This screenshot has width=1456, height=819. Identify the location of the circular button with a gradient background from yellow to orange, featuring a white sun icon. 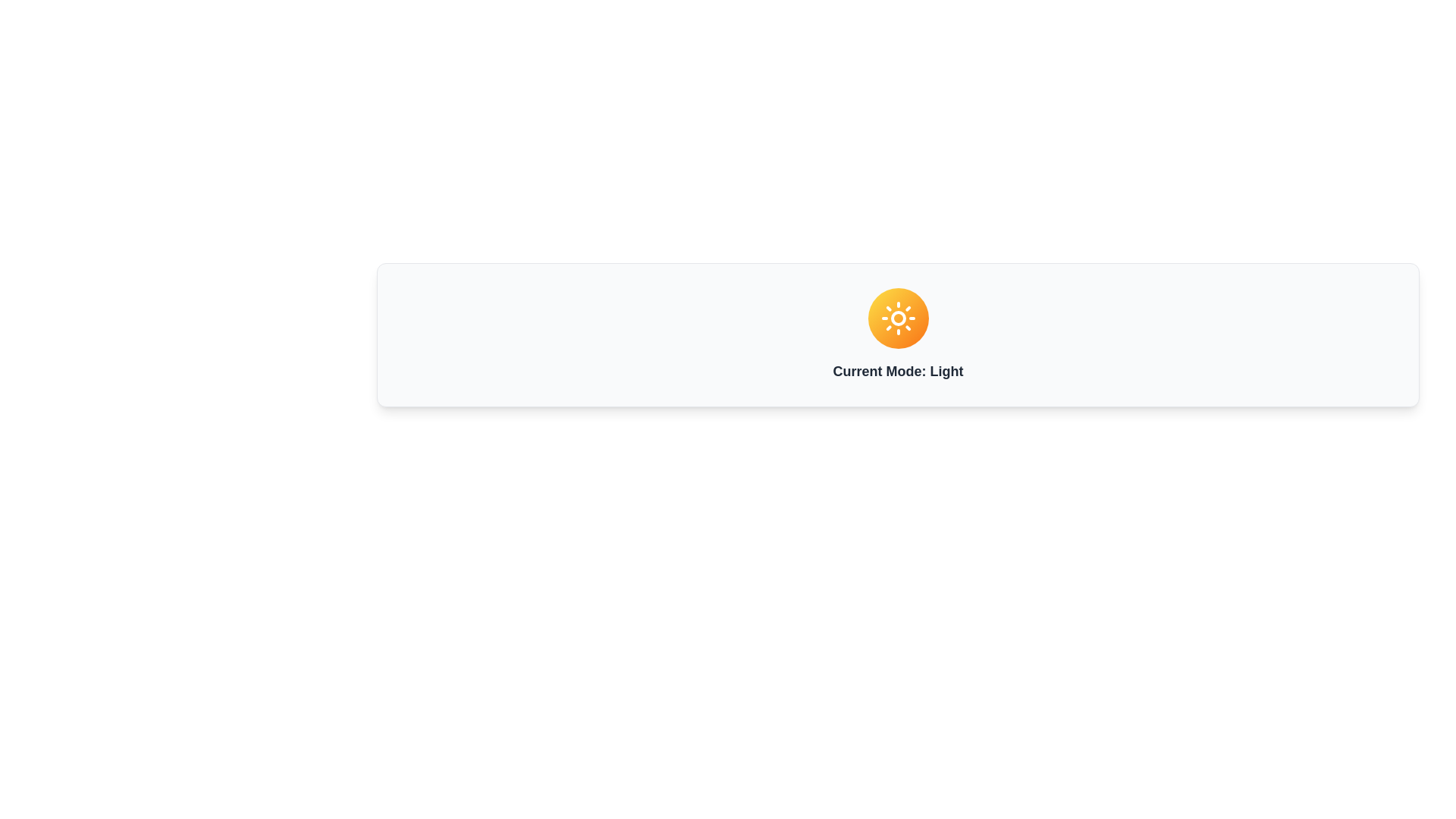
(898, 318).